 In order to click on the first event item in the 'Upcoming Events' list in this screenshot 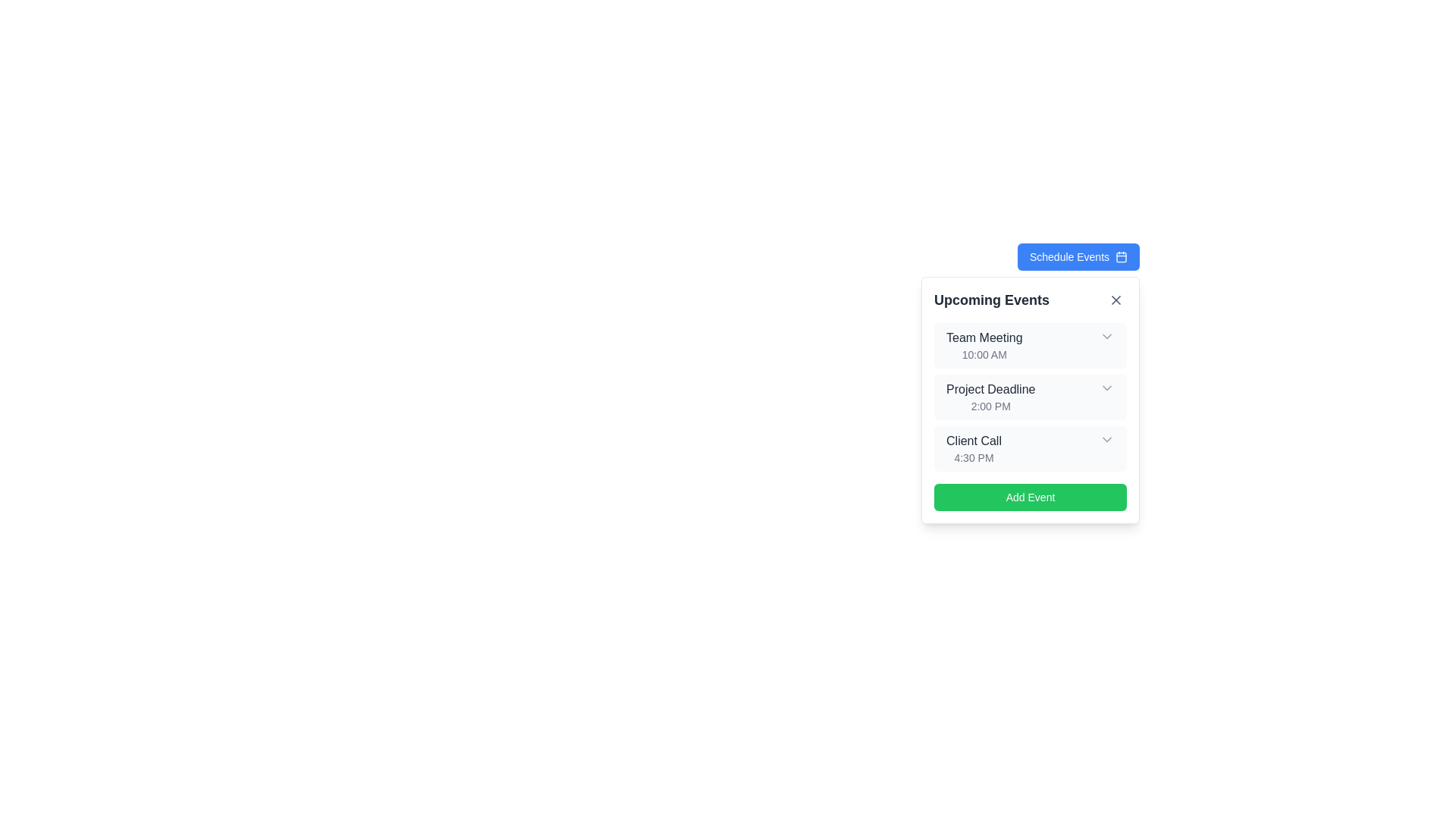, I will do `click(1030, 345)`.